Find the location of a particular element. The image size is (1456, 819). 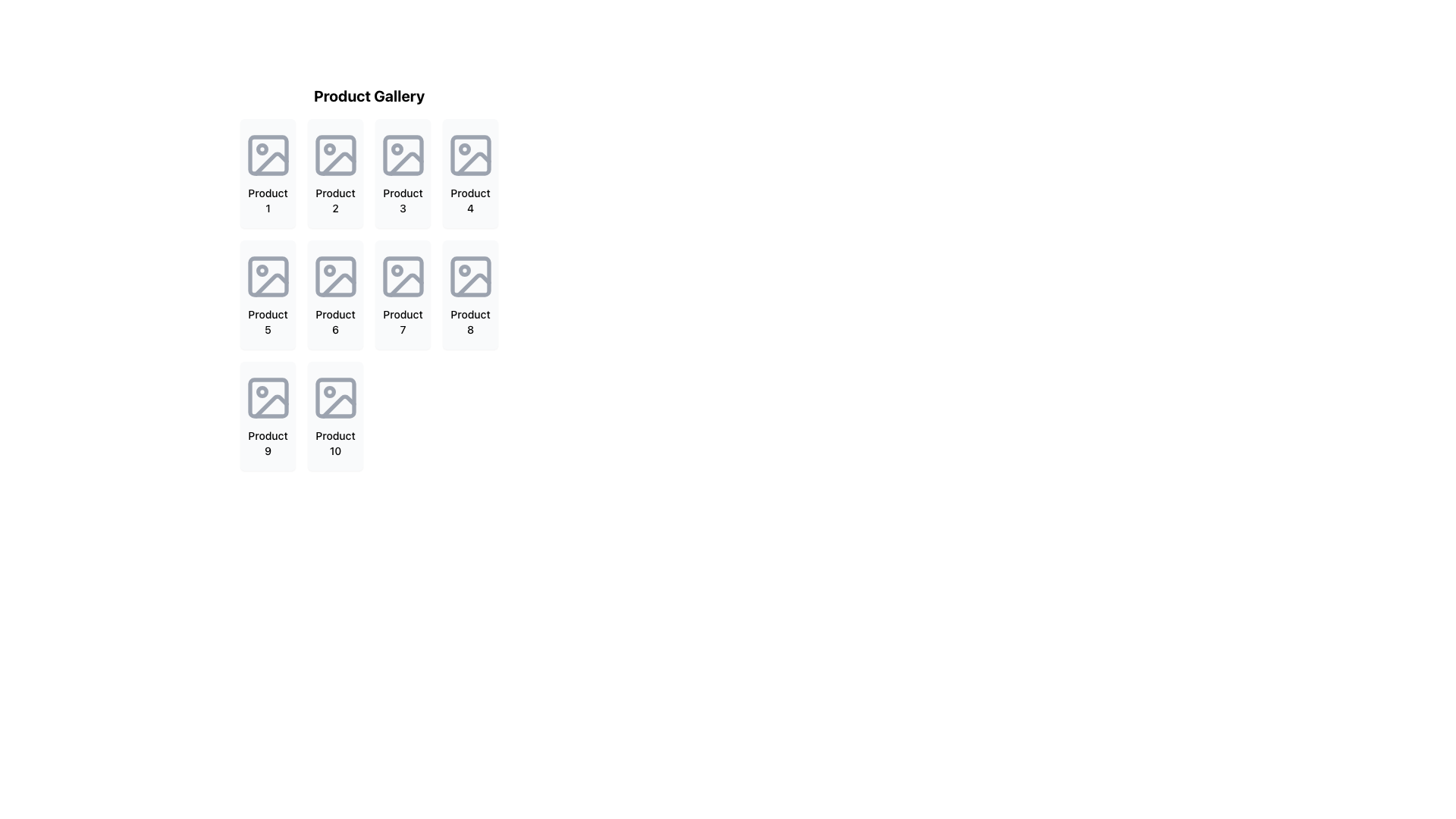

the small circular icon located in the top left of the second product's placeholder image in the product gallery grid layout is located at coordinates (328, 149).